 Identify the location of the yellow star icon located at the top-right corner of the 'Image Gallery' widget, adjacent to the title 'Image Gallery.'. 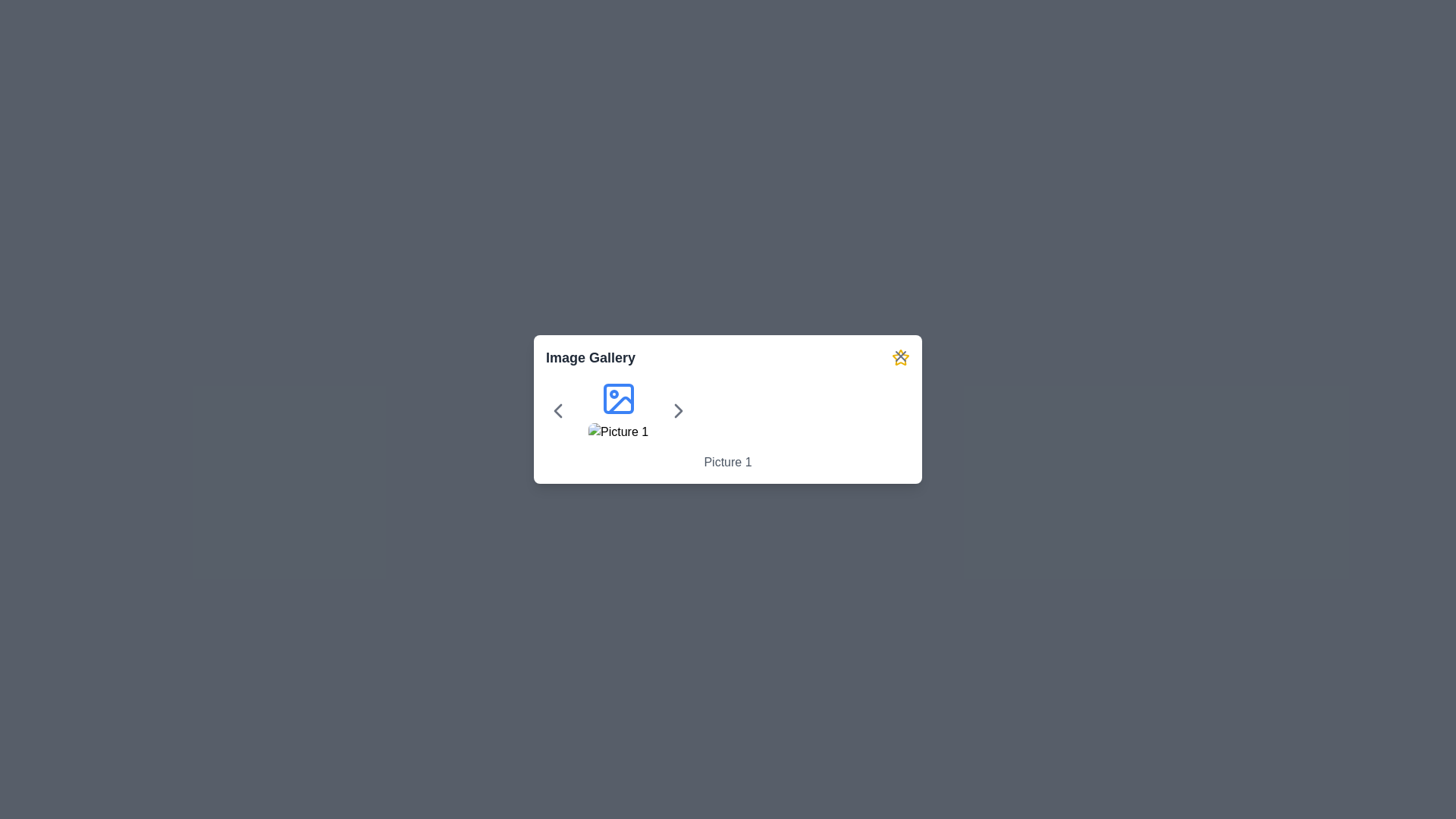
(901, 357).